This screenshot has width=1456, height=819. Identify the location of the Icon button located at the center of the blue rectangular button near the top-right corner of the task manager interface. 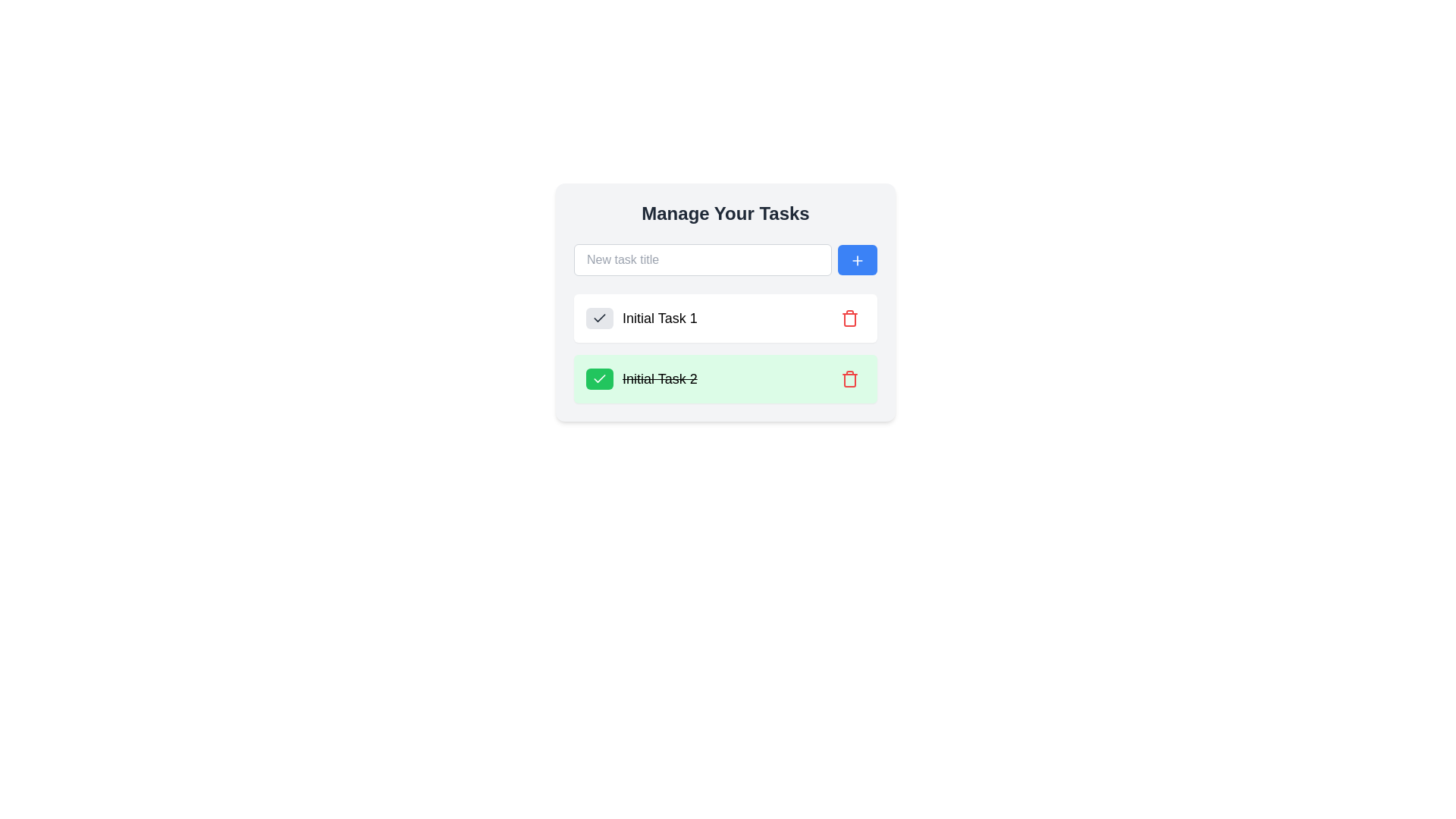
(858, 259).